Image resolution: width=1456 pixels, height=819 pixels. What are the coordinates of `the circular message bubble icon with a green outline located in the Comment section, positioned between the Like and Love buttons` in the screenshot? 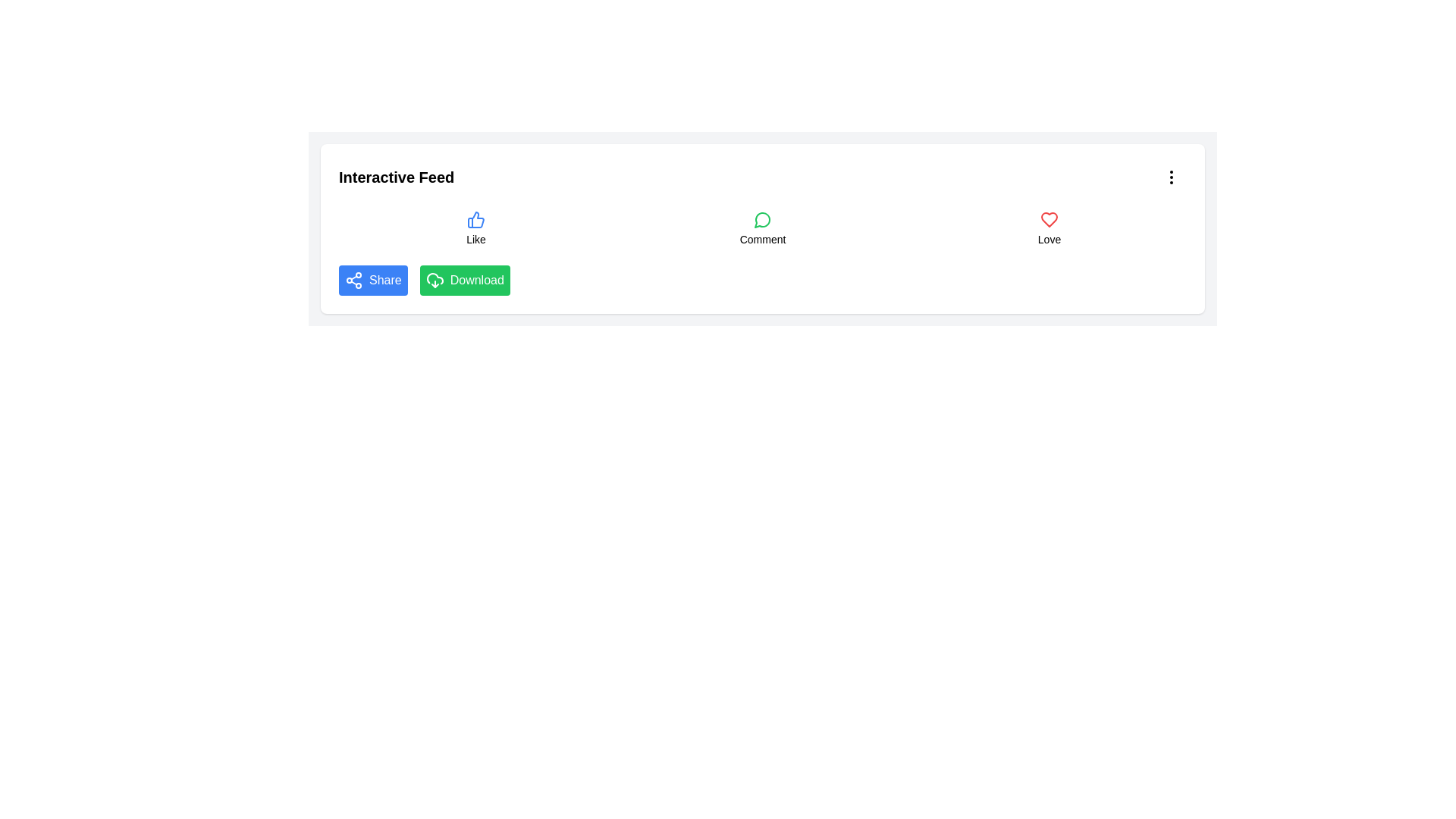 It's located at (763, 219).